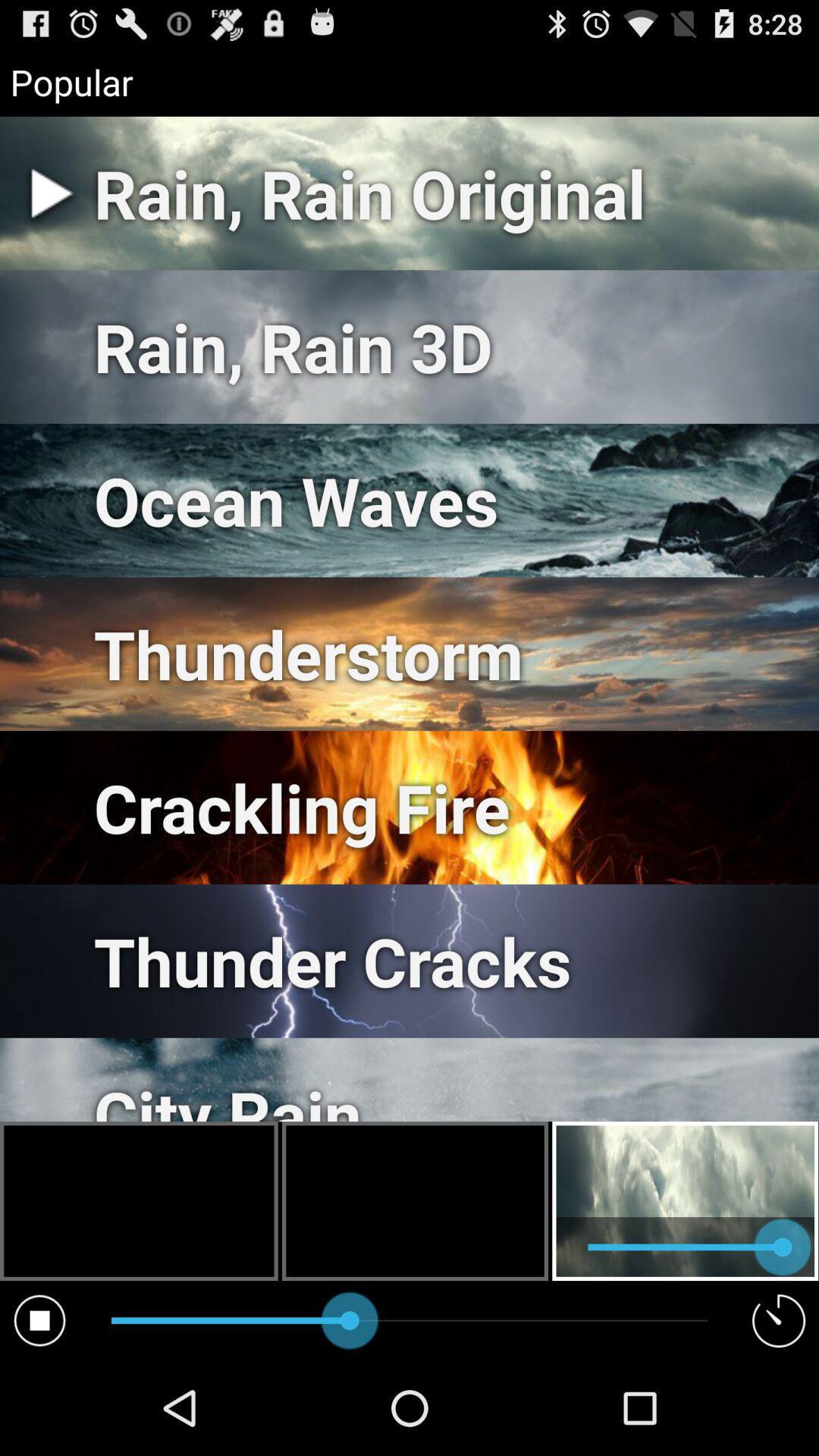 Image resolution: width=819 pixels, height=1456 pixels. I want to click on the symbol which is at the bottom right corner of the page, so click(779, 1319).